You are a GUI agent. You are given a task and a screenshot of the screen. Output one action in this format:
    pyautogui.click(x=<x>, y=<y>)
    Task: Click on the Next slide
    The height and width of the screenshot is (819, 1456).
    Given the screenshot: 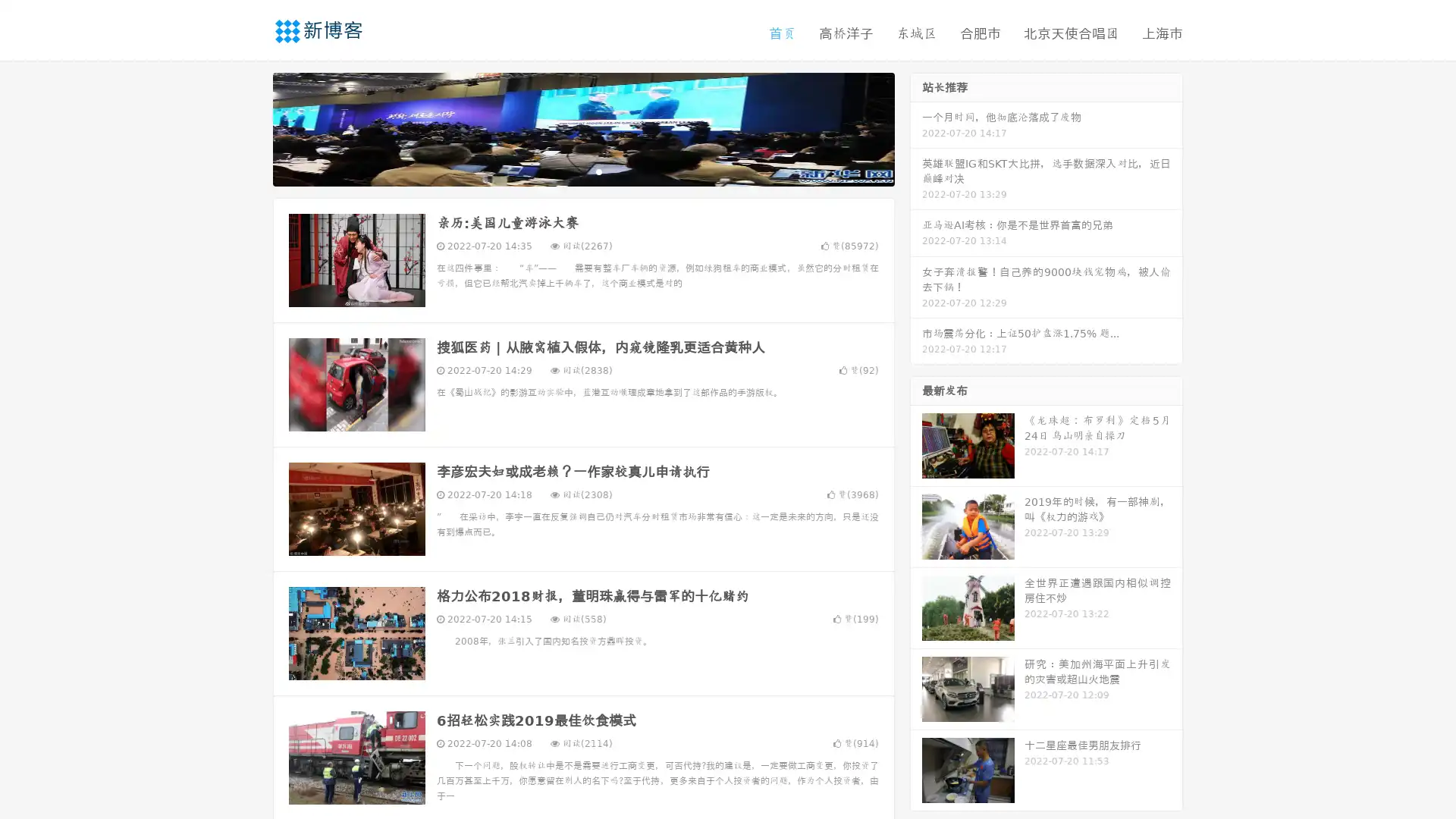 What is the action you would take?
    pyautogui.click(x=916, y=127)
    